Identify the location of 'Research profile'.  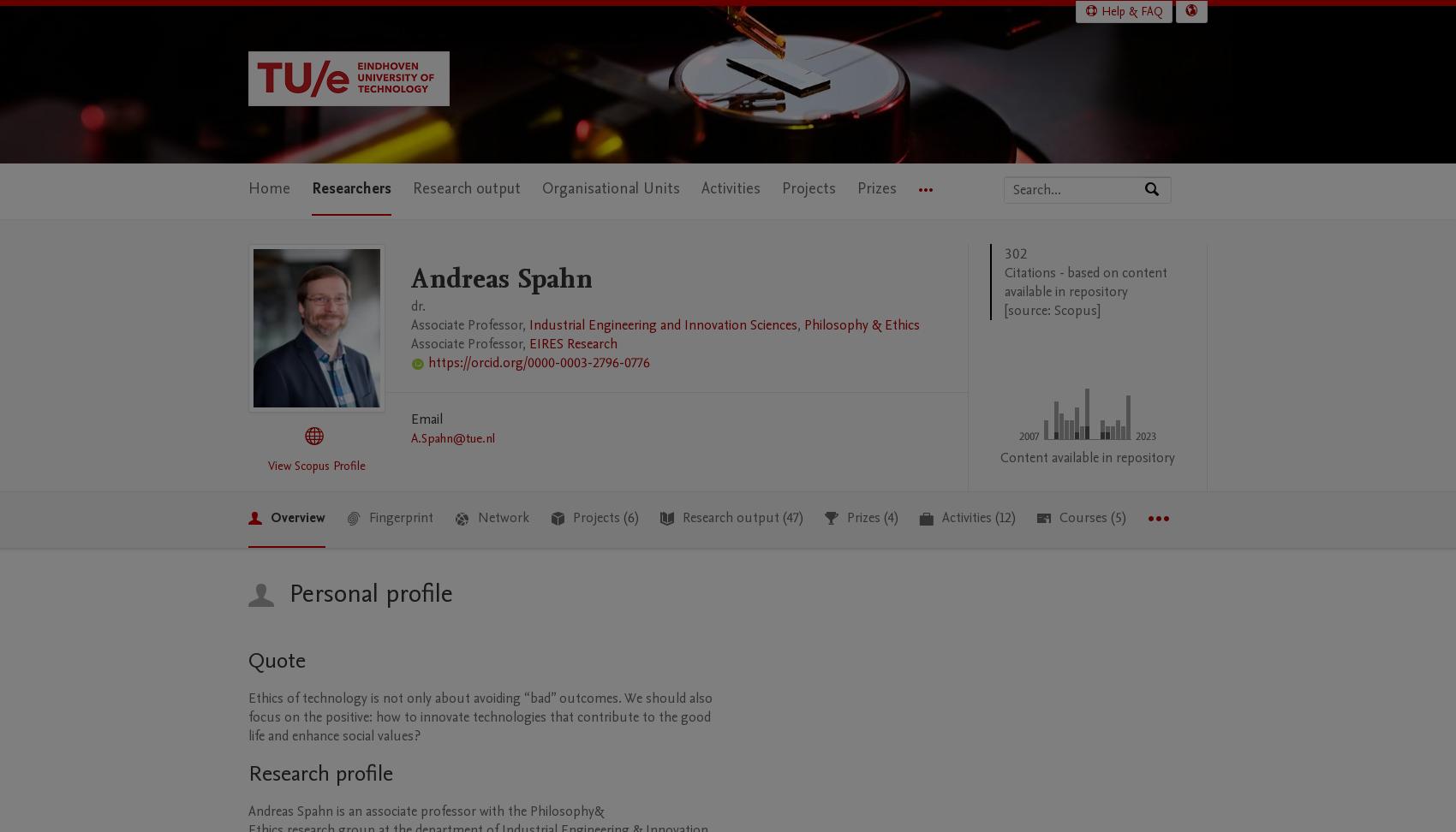
(319, 772).